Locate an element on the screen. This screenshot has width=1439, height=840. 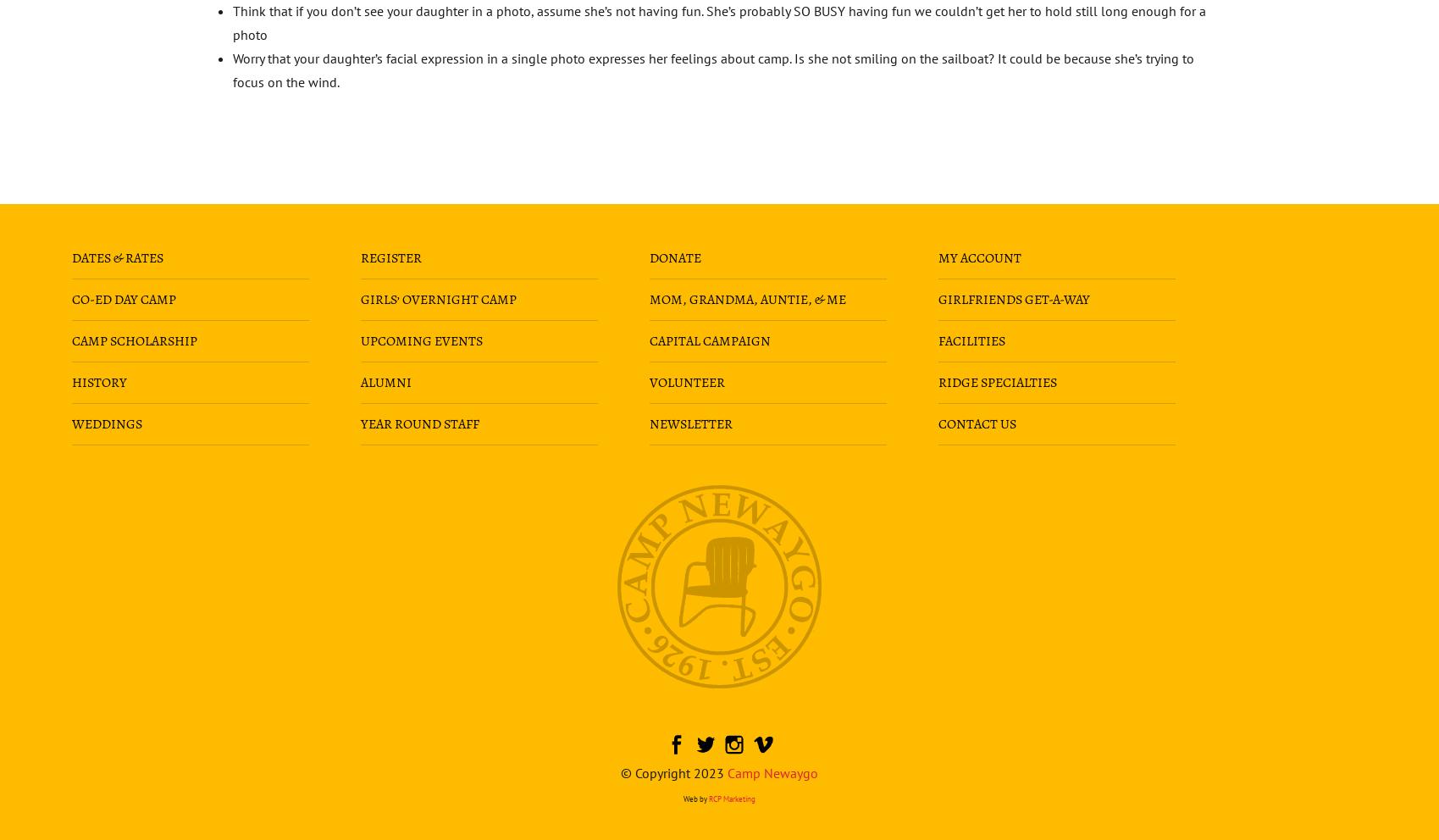
'History' is located at coordinates (97, 380).